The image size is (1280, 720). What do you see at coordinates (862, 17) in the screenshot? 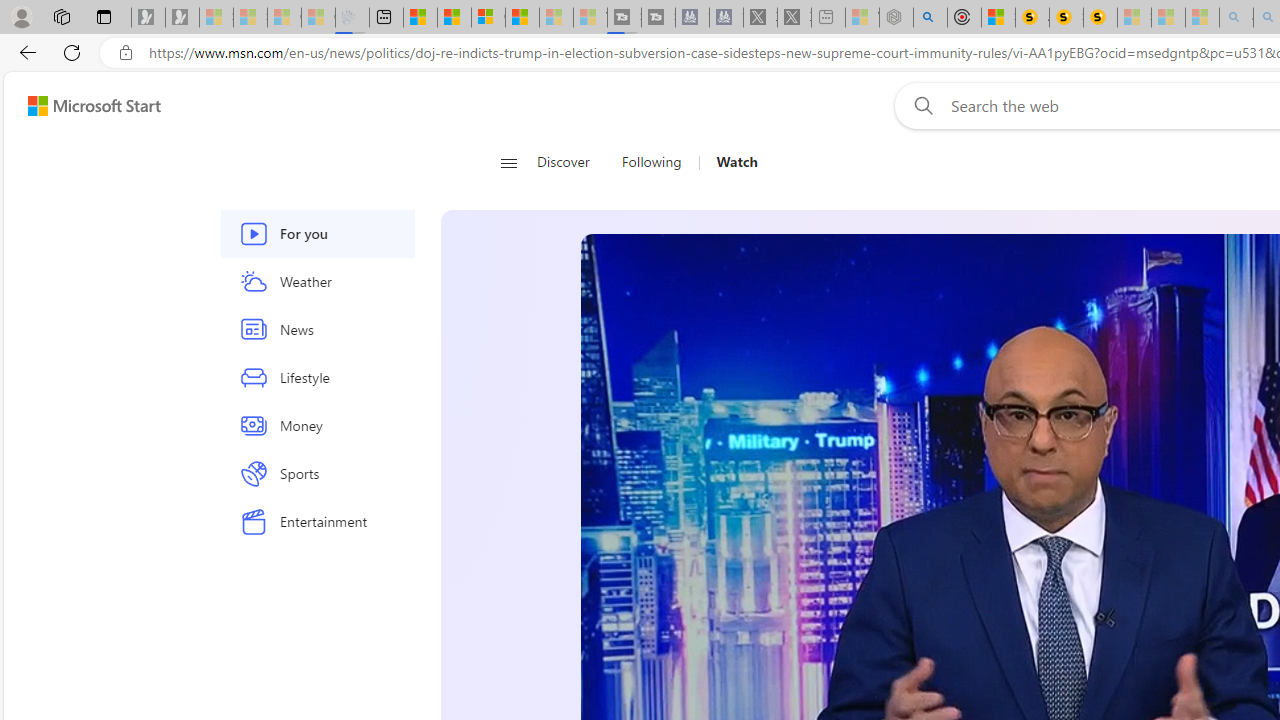
I see `'Wildlife - MSN - Sleeping'` at bounding box center [862, 17].